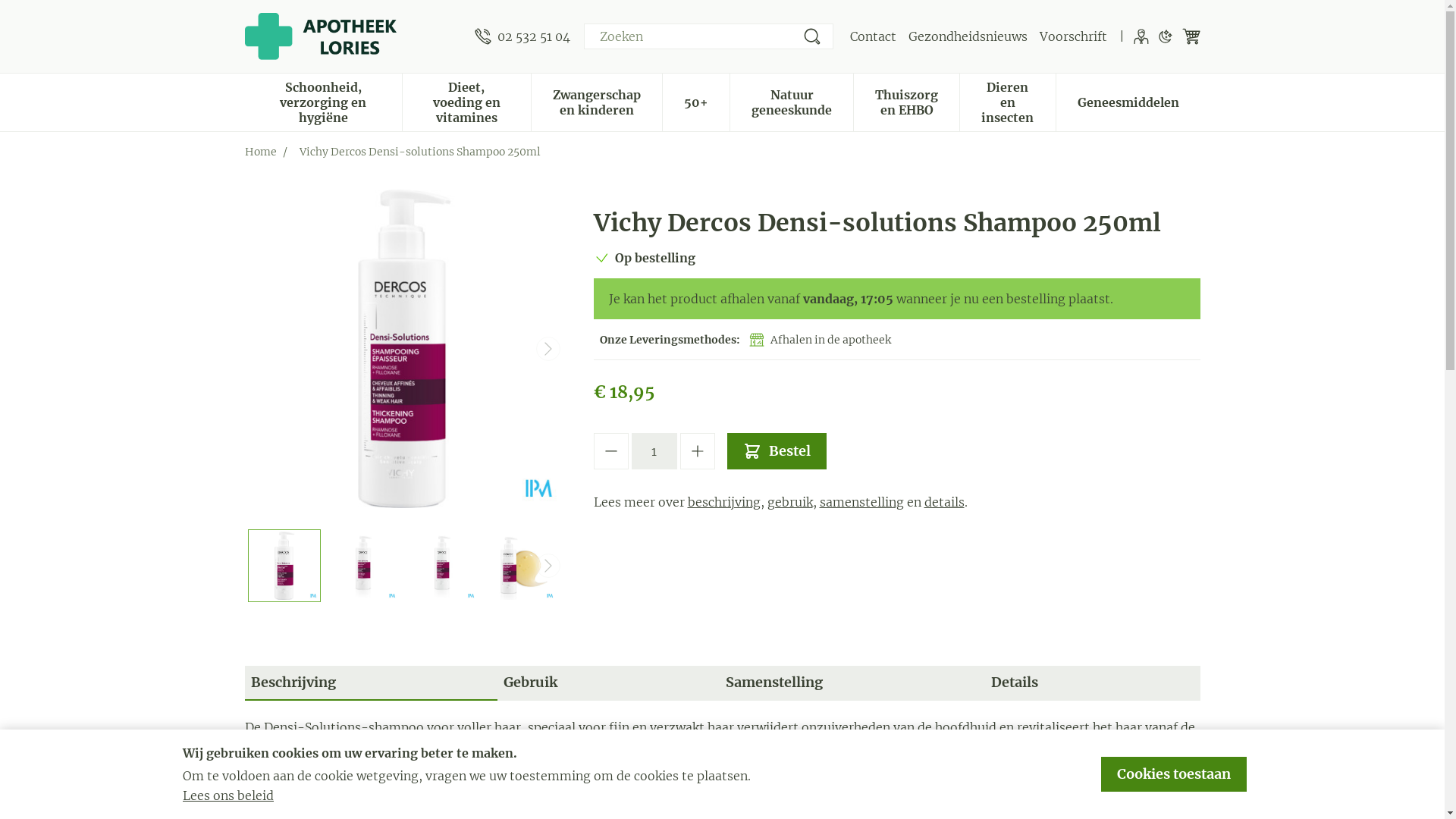 This screenshot has width=1456, height=819. Describe the element at coordinates (522, 35) in the screenshot. I see `'02 532 51 04'` at that location.